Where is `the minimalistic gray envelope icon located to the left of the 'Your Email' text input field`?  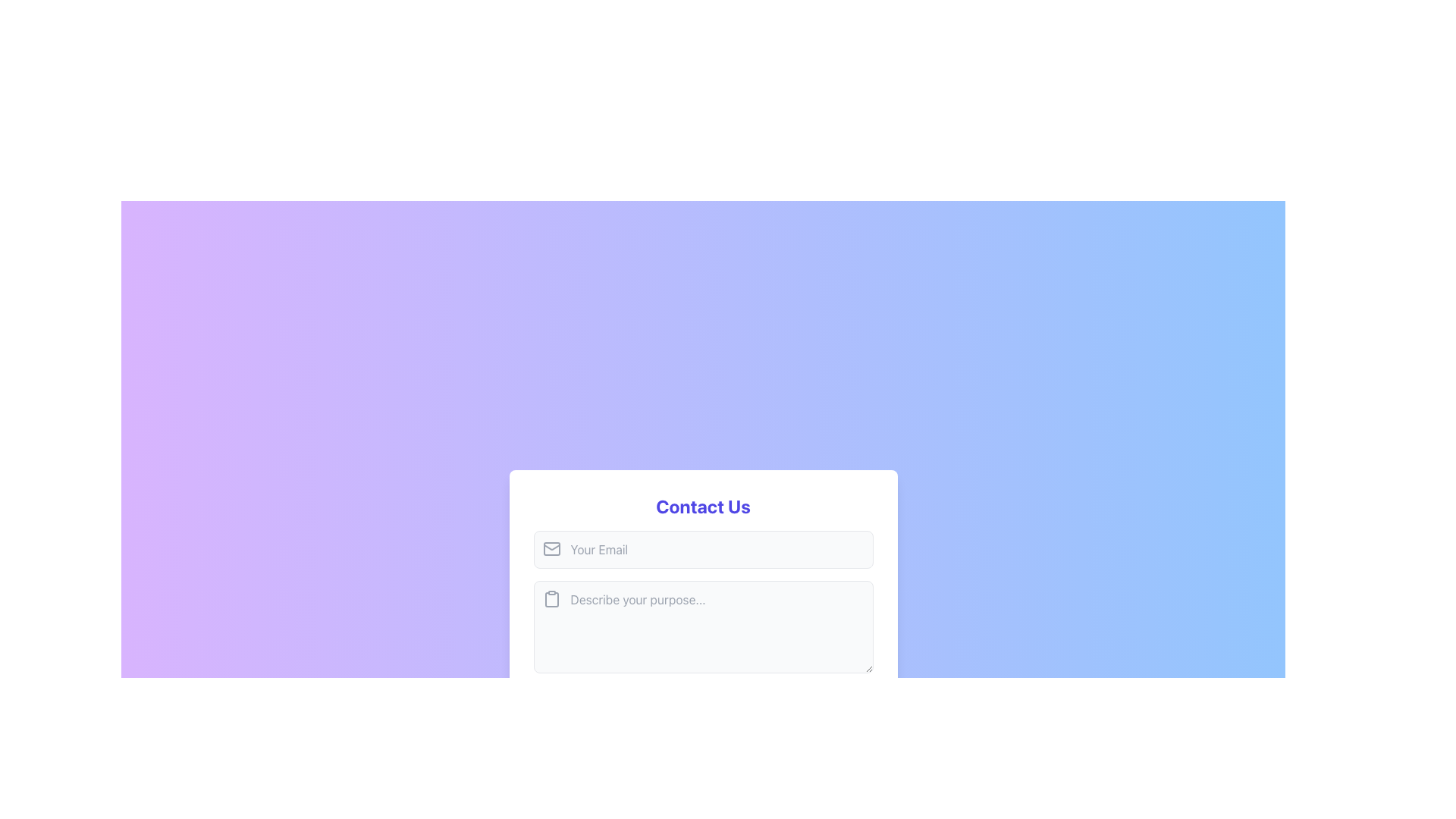
the minimalistic gray envelope icon located to the left of the 'Your Email' text input field is located at coordinates (551, 549).